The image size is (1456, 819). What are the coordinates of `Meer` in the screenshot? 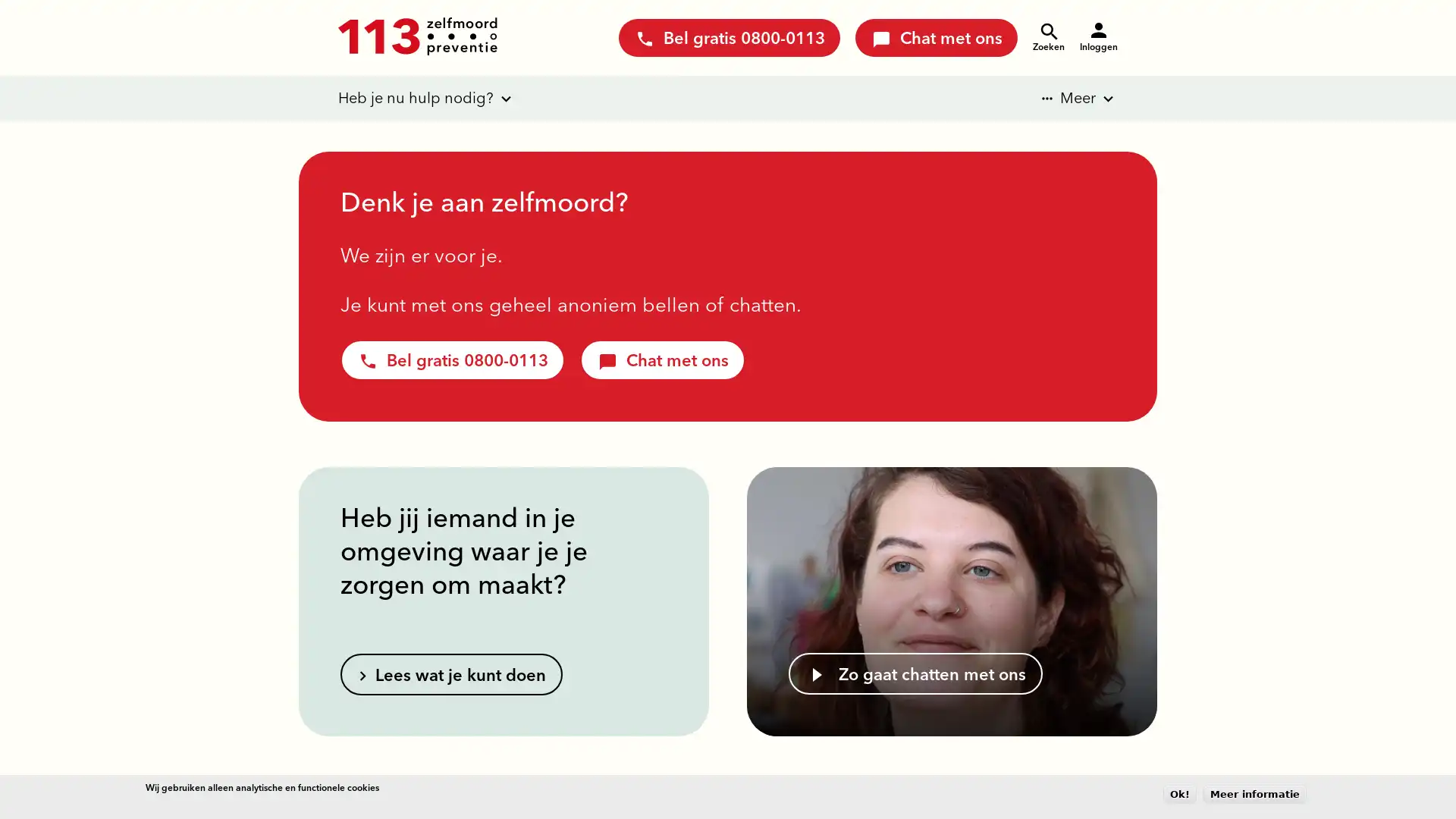 It's located at (1066, 99).